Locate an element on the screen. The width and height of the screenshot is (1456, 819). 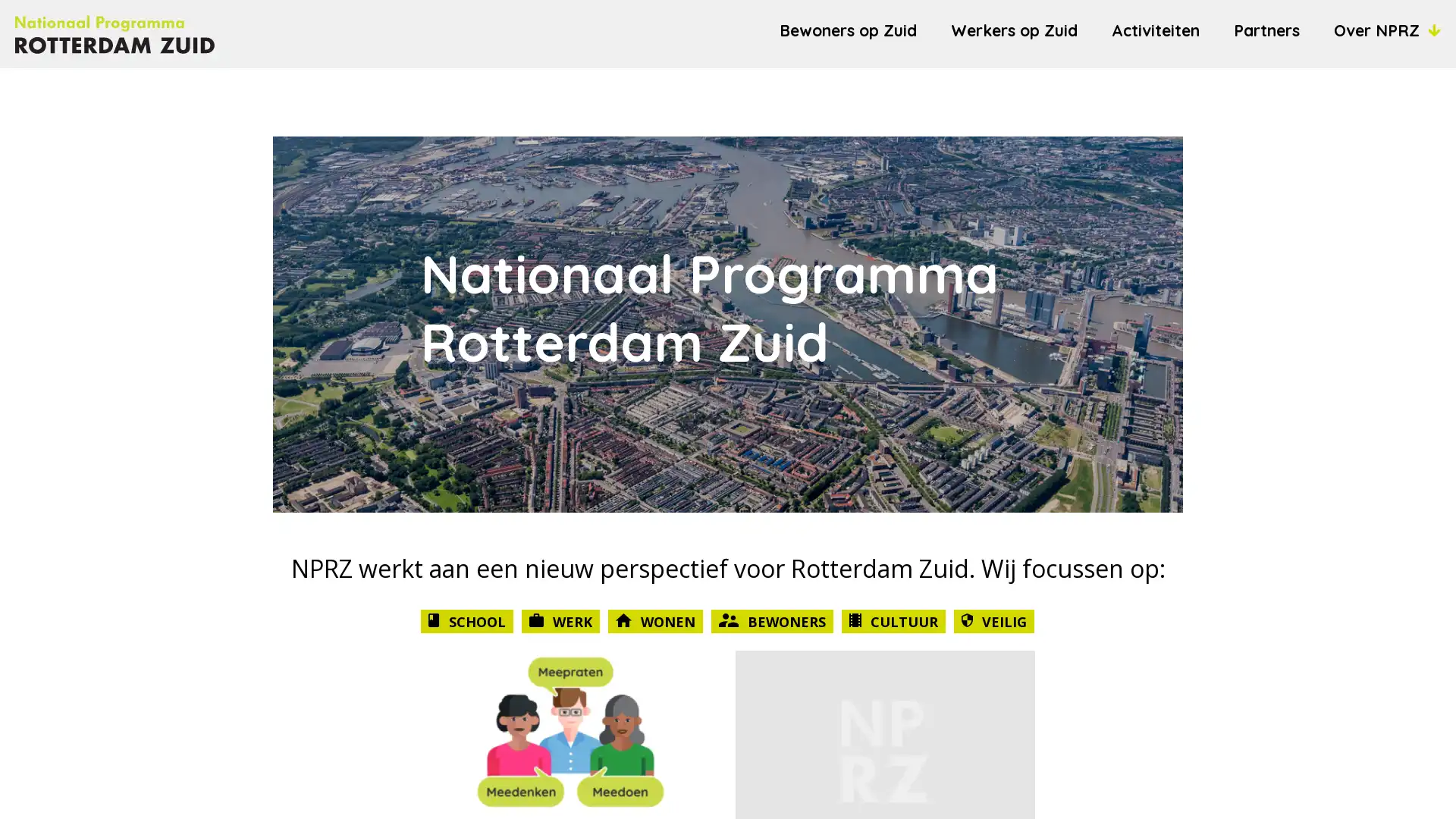
Over NPRZ is located at coordinates (1387, 30).